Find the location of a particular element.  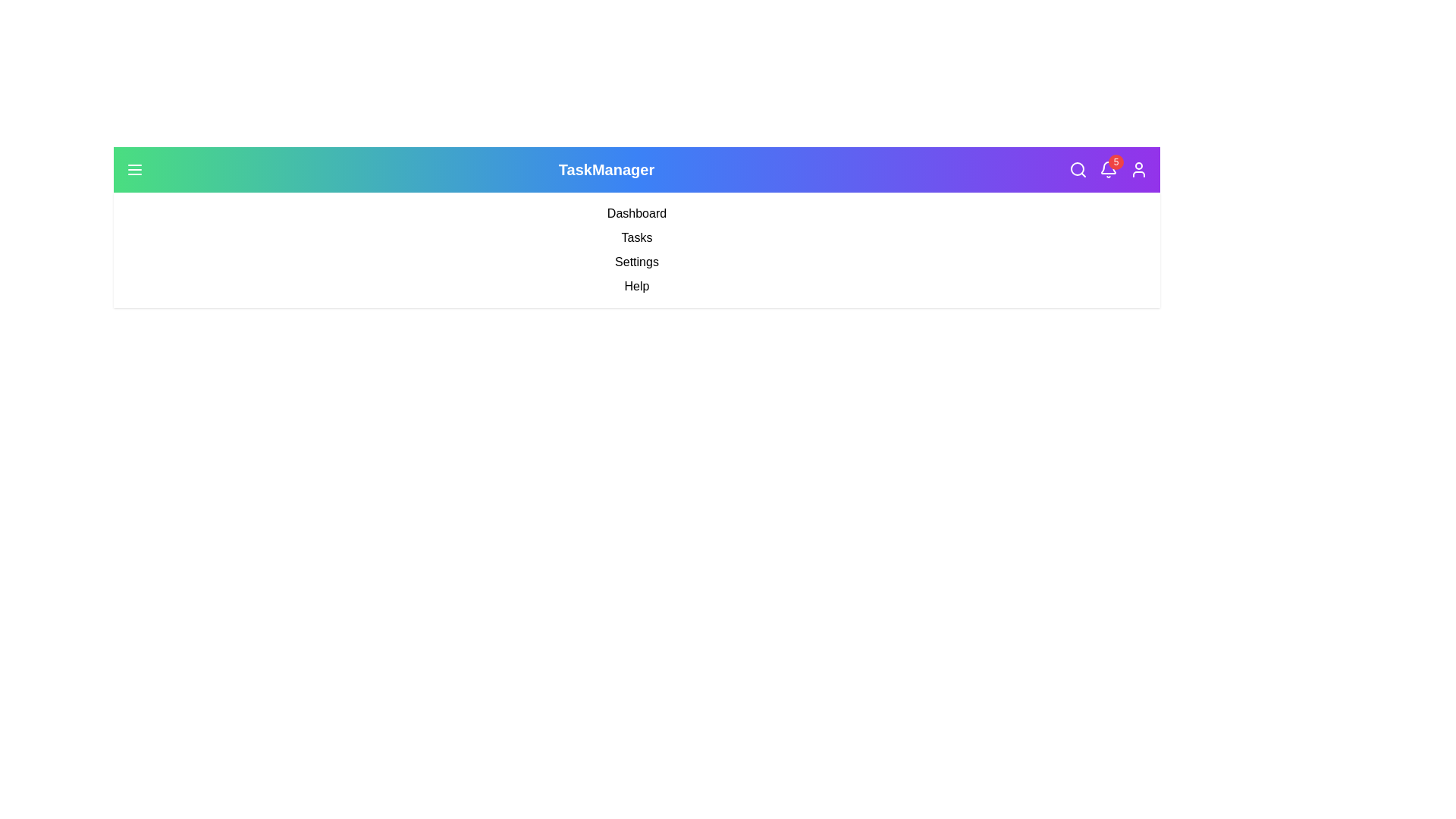

the user profile icon located at the far right of the navigation bar, which is the fourth interactive element is located at coordinates (1139, 169).